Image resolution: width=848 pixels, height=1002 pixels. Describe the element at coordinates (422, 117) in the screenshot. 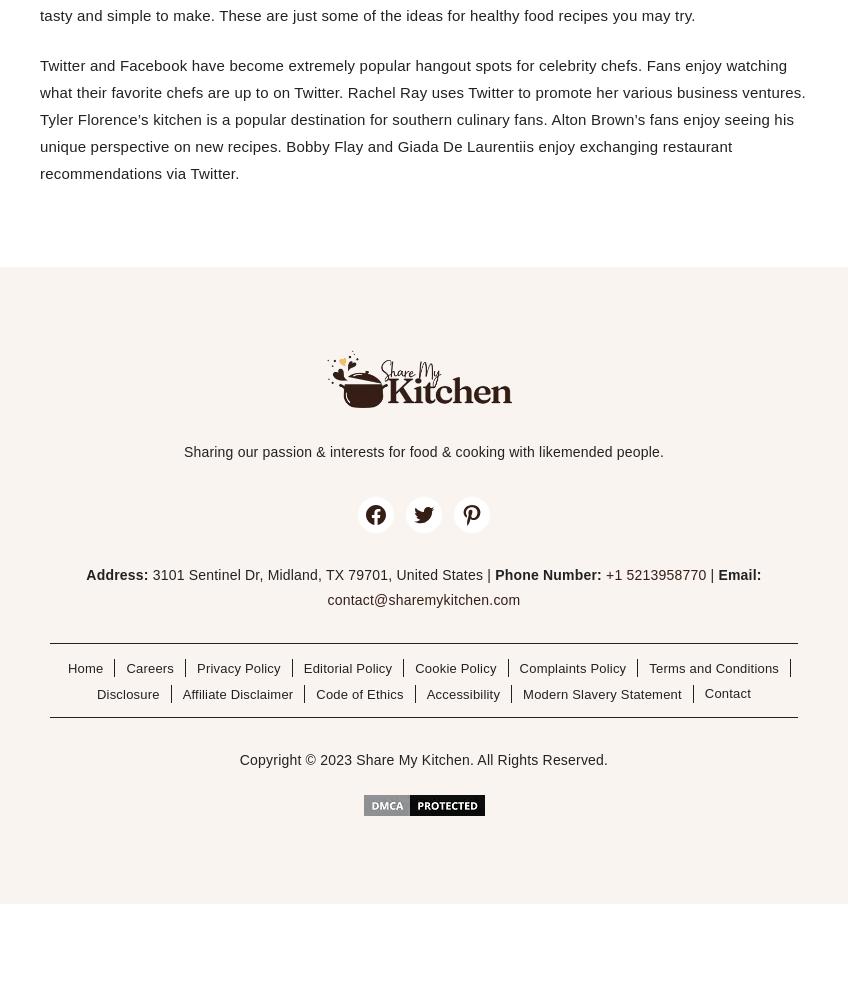

I see `'Twitter and Facebook have become extremely popular hangout spots for celebrity chefs. Fans enjoy watching what their favorite chefs are up to on Twitter. Rachel Ray uses Twitter to promote her various business ventures. Tyler Florence’s kitchen is a popular destination for southern culinary fans. Alton Brown’s fans enjoy seeing his unique perspective on new recipes. Bobby Flay and Giada De Laurentiis enjoy exchanging restaurant recommendations via Twitter.'` at that location.